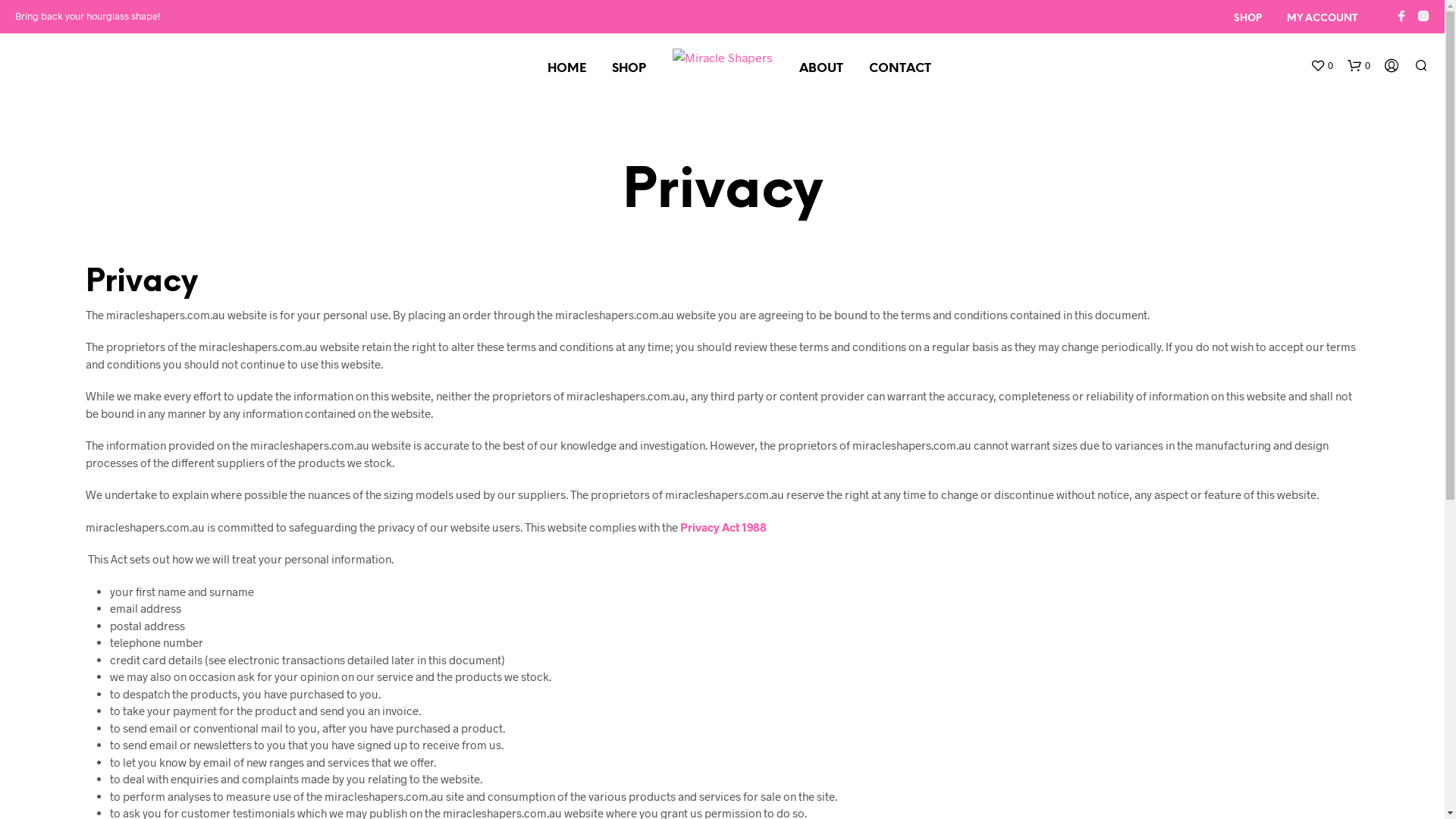 The image size is (1456, 819). Describe the element at coordinates (1358, 65) in the screenshot. I see `'0'` at that location.